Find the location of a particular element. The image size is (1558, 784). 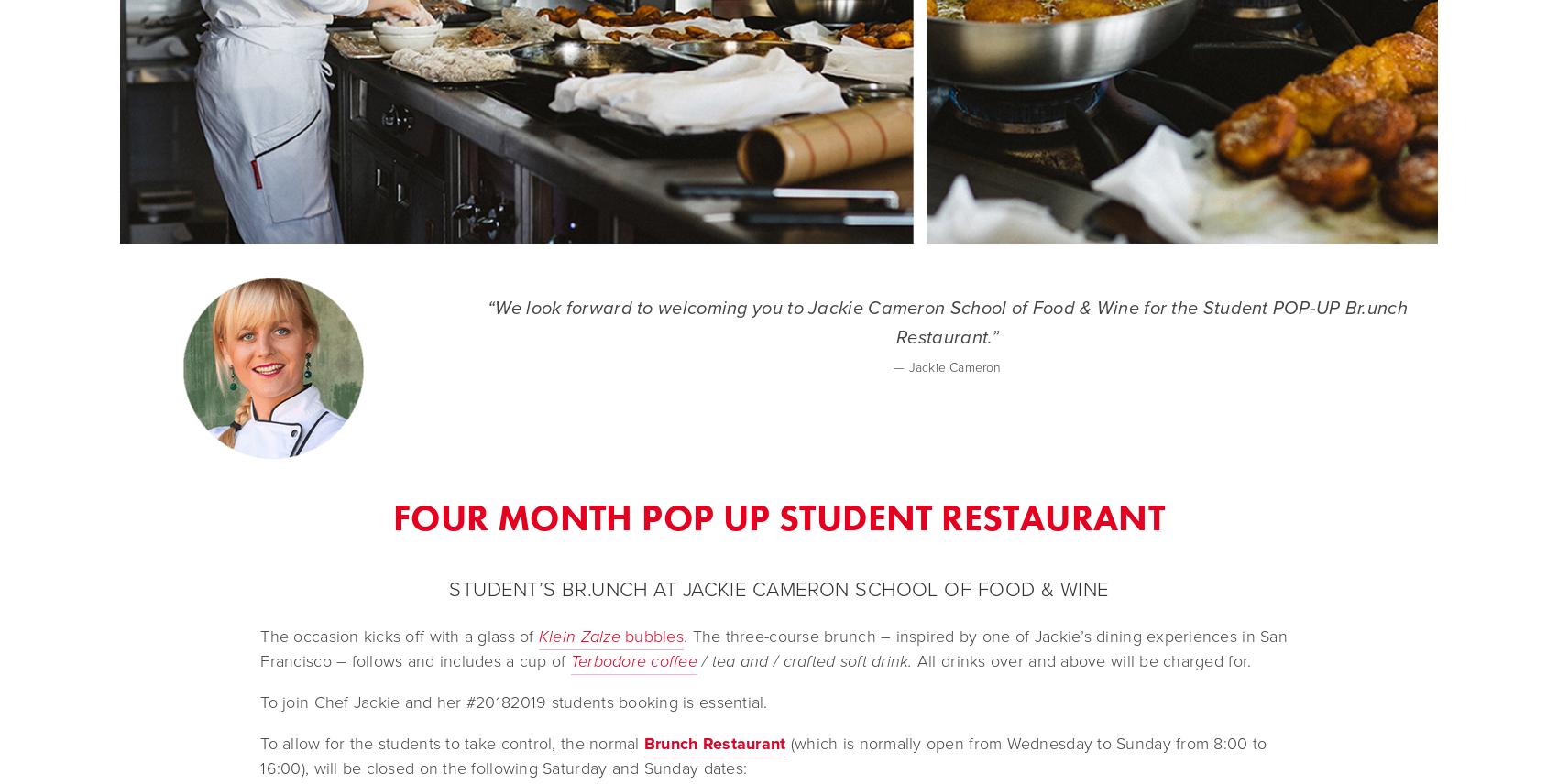

'Brunch Restaurant' is located at coordinates (642, 744).